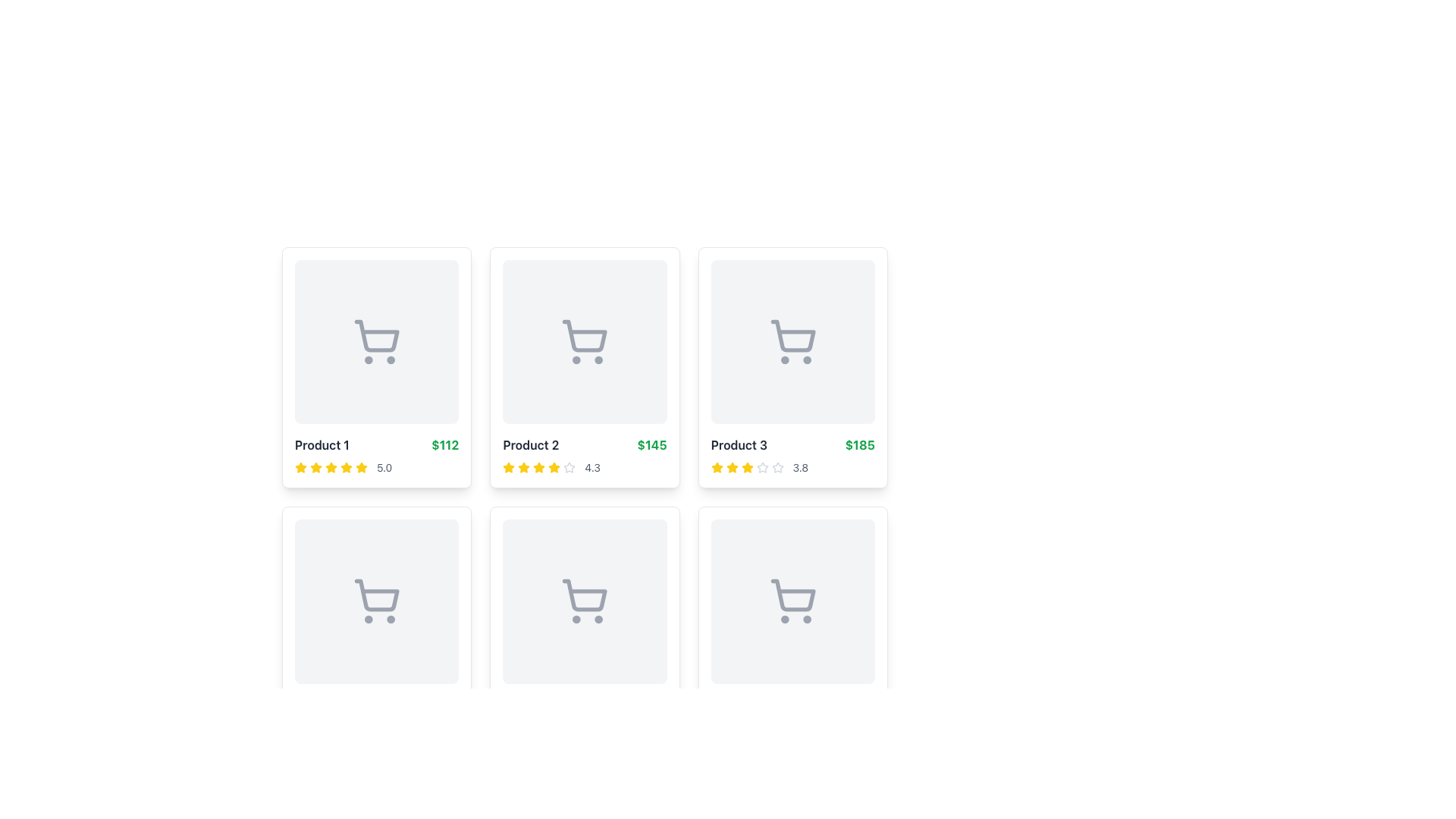 The width and height of the screenshot is (1456, 819). Describe the element at coordinates (377, 342) in the screenshot. I see `the shopping cart icon located at the center of the thumbnail section of 'Product 1'` at that location.